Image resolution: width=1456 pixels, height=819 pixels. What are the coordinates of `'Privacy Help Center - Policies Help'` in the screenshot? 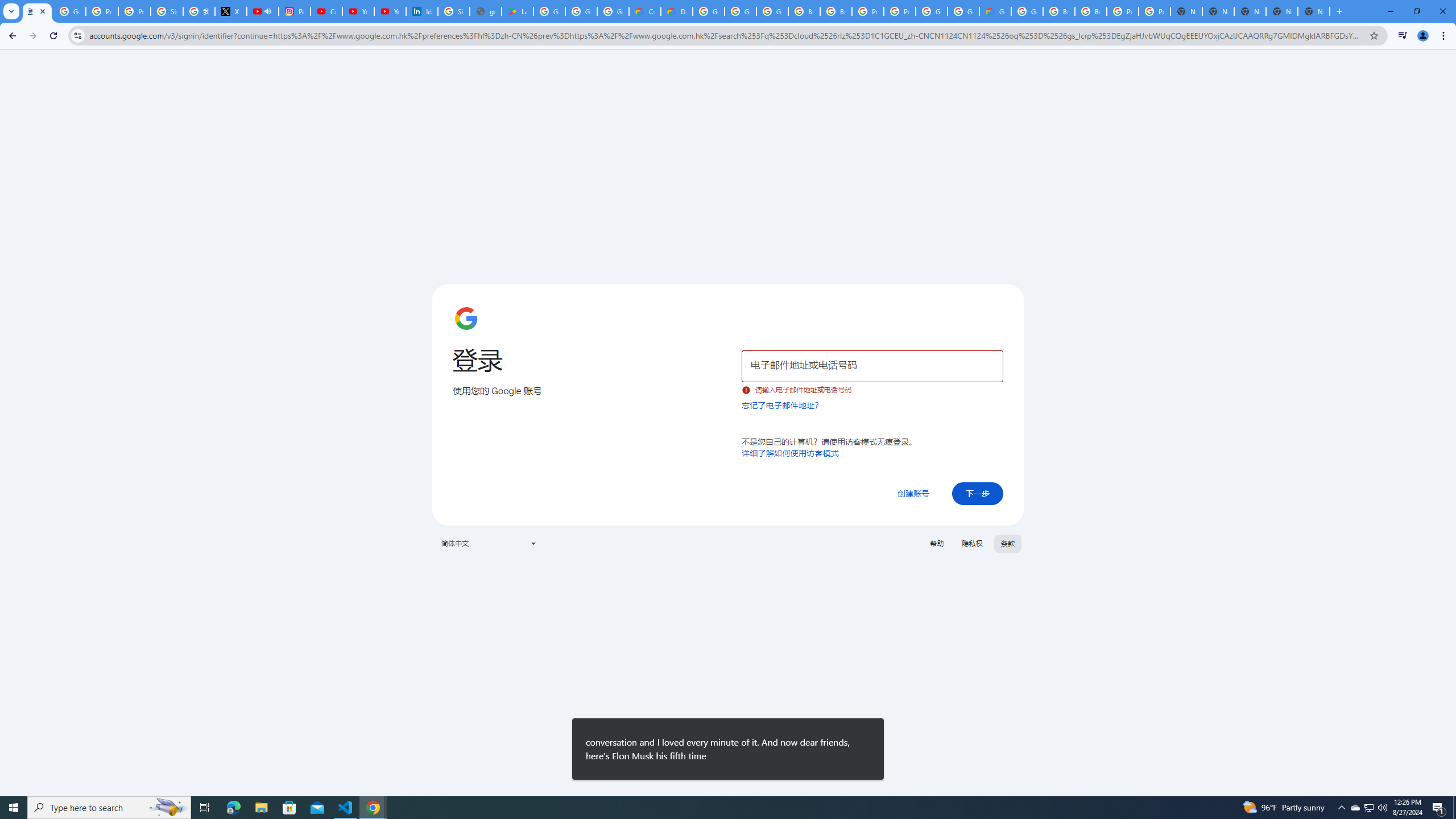 It's located at (134, 11).